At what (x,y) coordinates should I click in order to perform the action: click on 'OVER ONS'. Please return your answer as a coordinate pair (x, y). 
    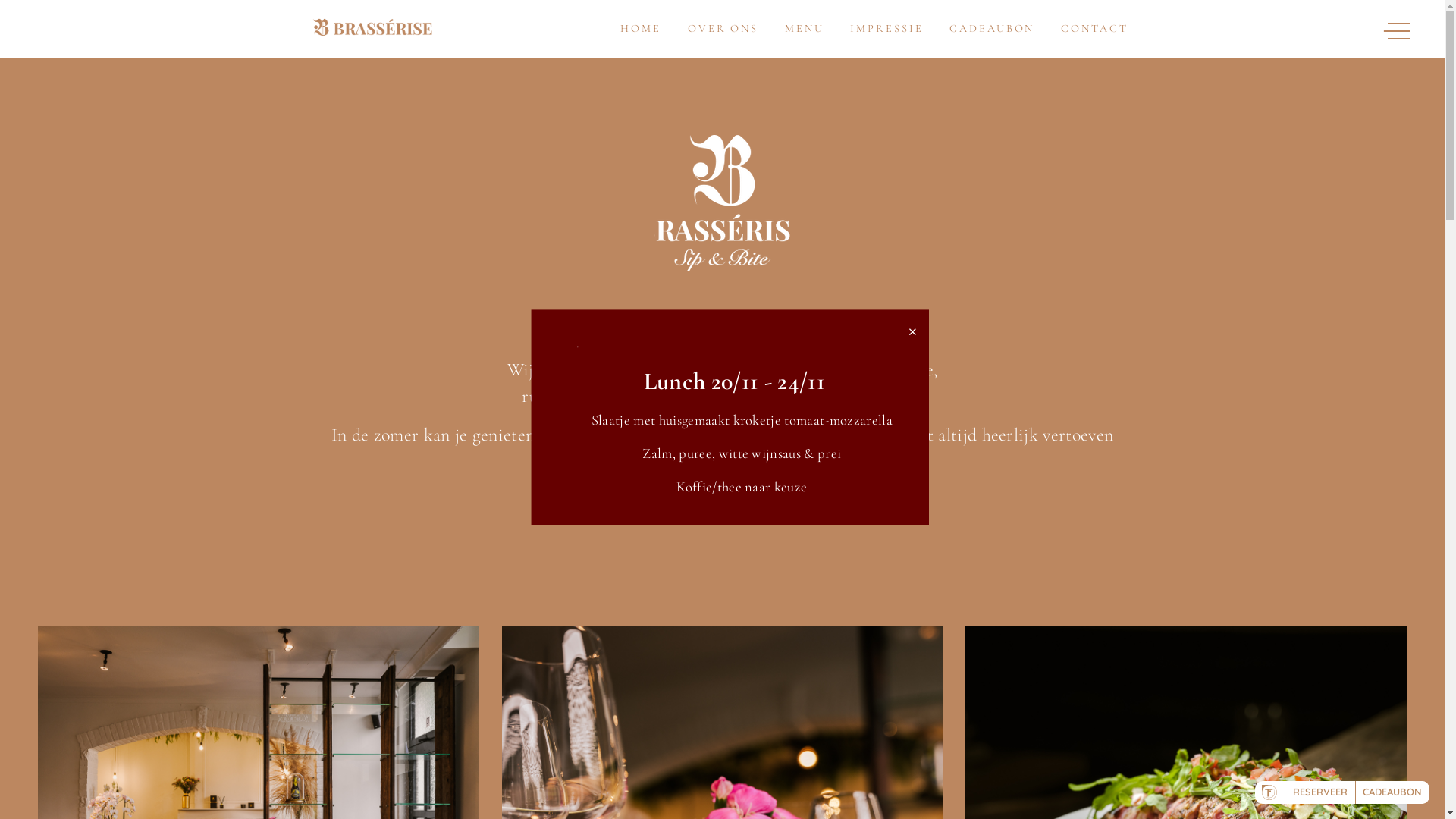
    Looking at the image, I should click on (687, 29).